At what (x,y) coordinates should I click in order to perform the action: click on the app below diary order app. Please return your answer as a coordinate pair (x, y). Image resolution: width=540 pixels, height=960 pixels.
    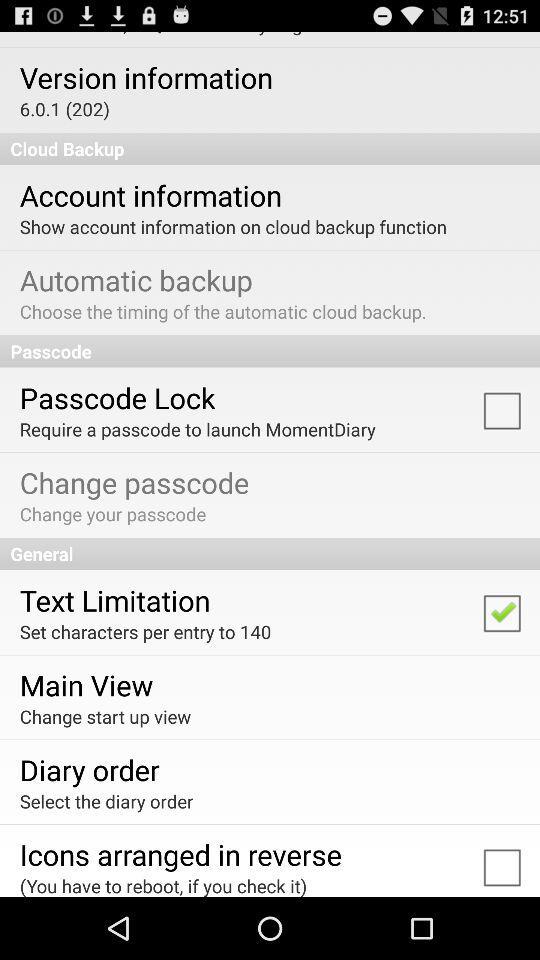
    Looking at the image, I should click on (106, 801).